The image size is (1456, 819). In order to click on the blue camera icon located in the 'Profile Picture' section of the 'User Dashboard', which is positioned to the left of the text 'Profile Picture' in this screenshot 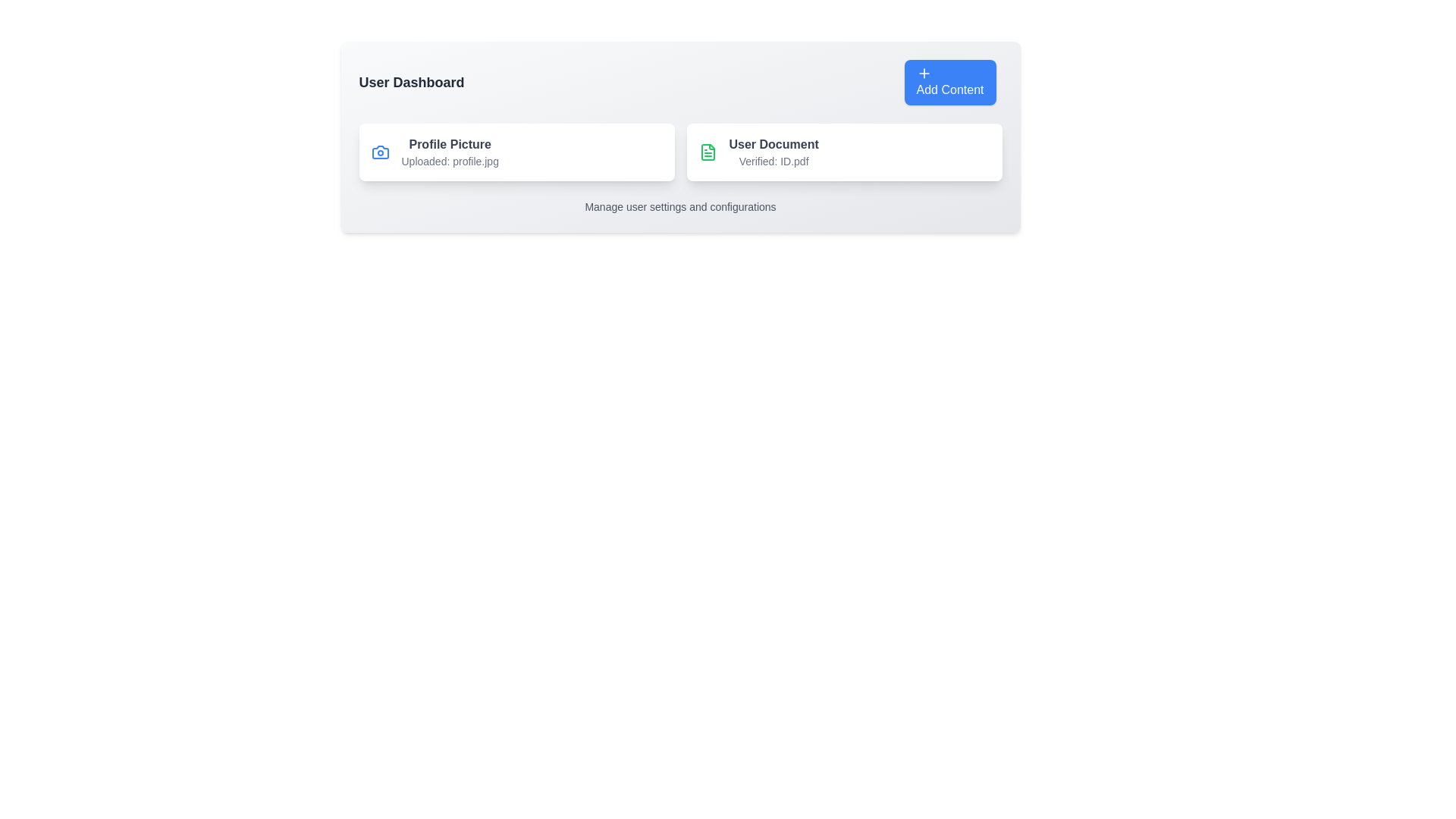, I will do `click(380, 152)`.